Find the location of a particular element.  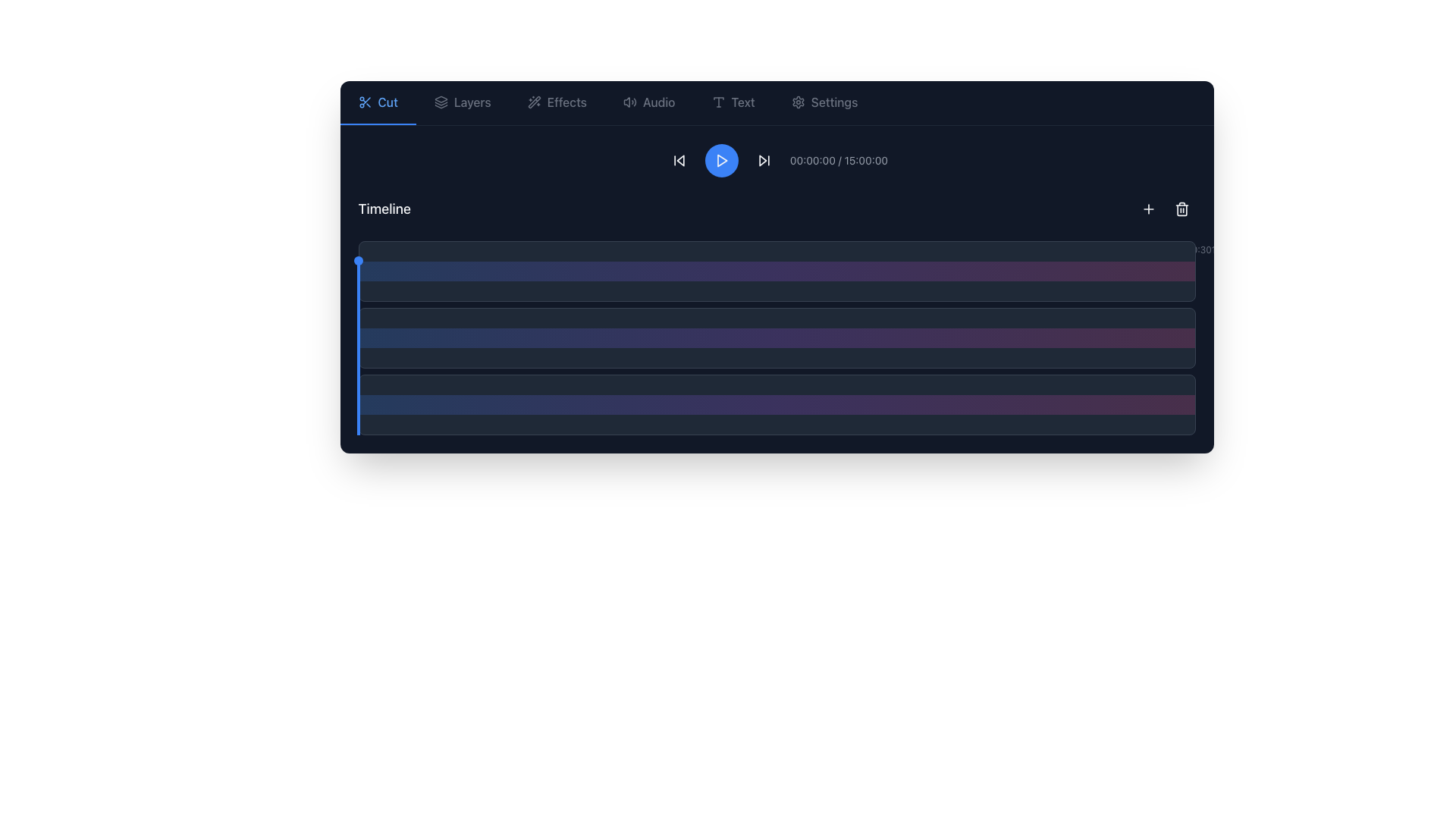

the 'Cut' button located in the top-left corner of the horizontal navigation menu is located at coordinates (378, 102).